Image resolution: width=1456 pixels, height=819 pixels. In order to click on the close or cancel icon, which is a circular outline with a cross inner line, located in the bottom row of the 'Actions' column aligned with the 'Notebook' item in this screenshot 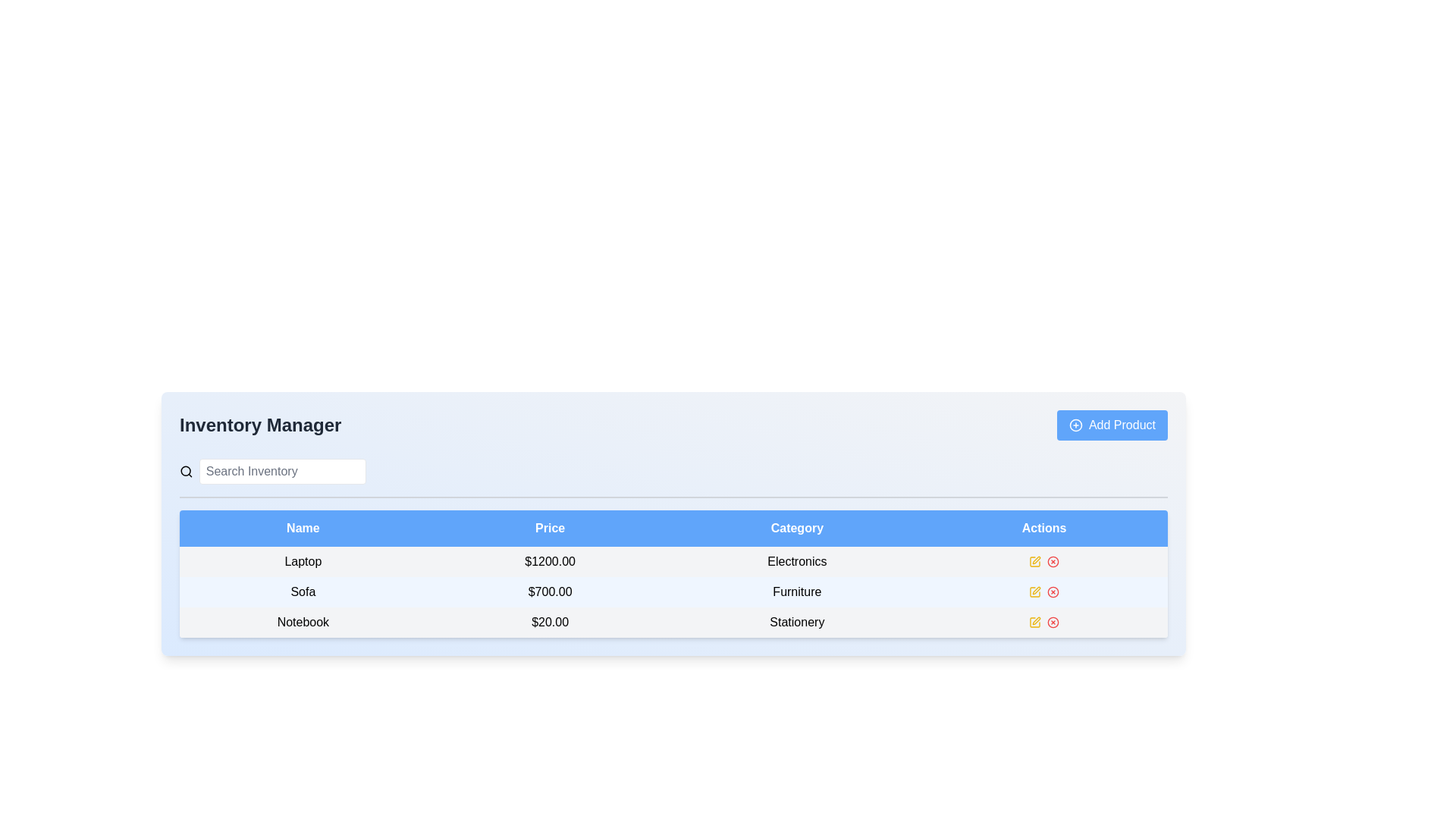, I will do `click(1053, 623)`.